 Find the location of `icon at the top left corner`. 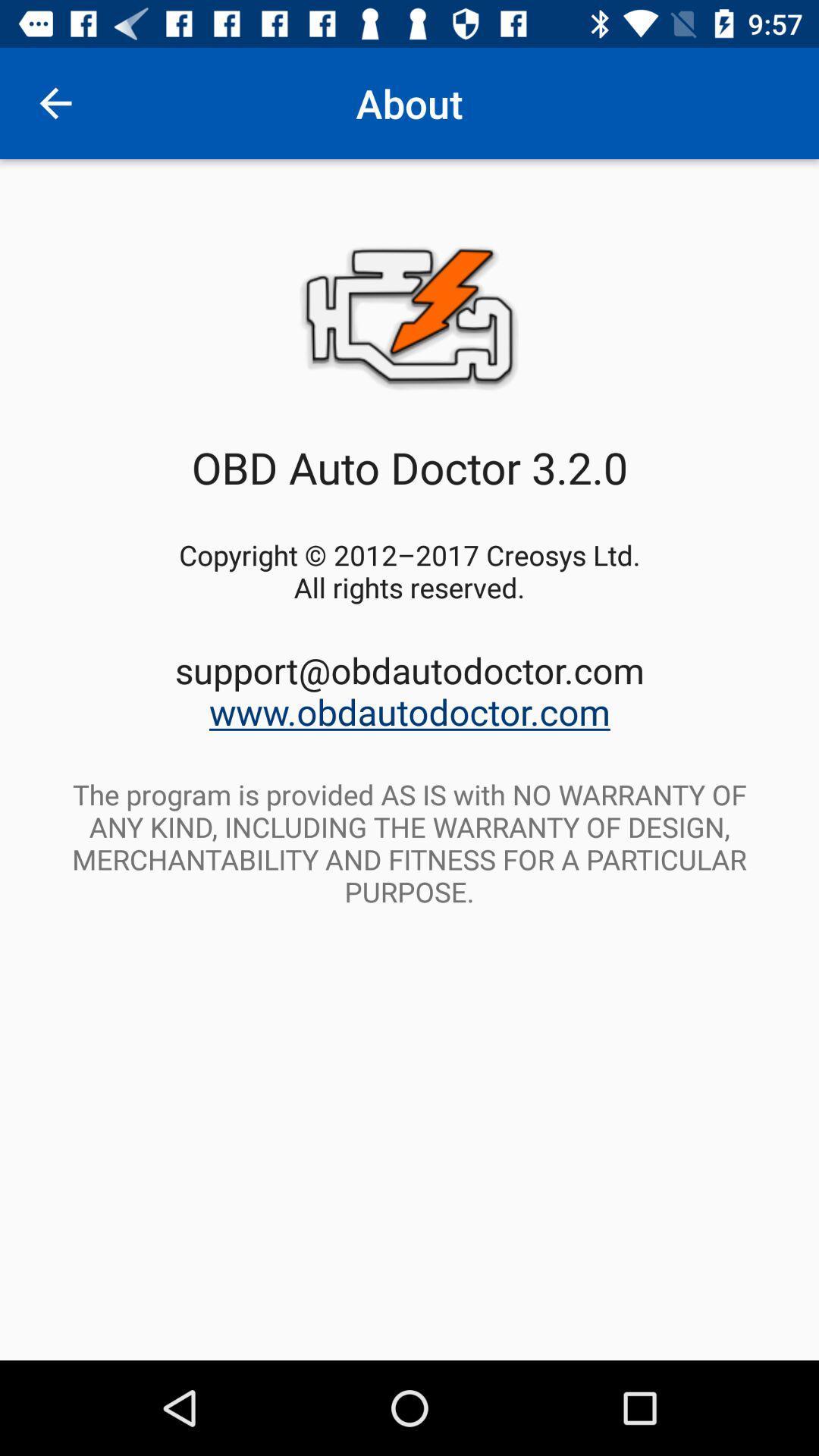

icon at the top left corner is located at coordinates (55, 102).